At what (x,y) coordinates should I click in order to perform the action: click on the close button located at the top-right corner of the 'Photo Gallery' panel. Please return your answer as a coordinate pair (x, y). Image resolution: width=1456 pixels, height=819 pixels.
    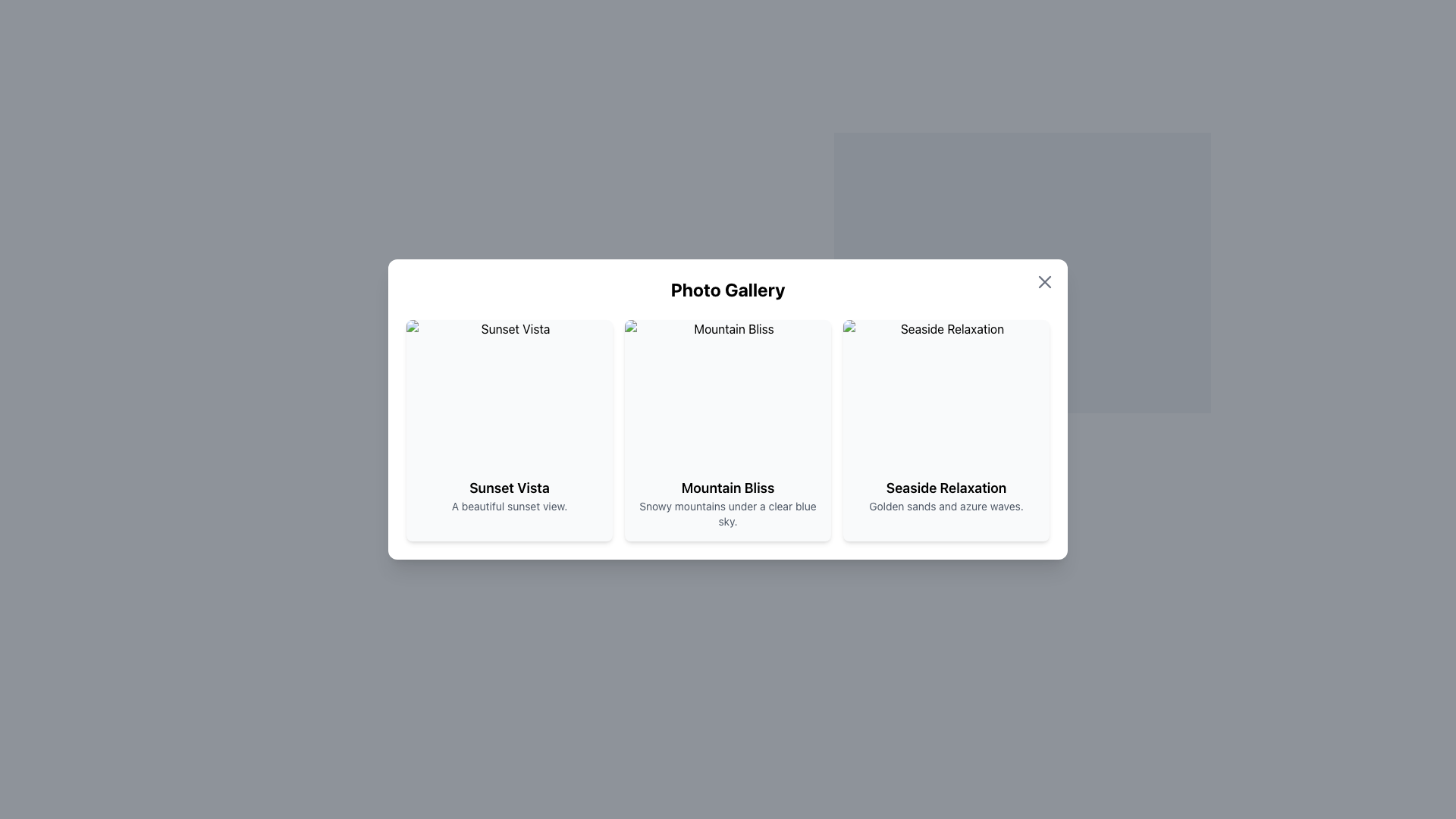
    Looking at the image, I should click on (1022, 262).